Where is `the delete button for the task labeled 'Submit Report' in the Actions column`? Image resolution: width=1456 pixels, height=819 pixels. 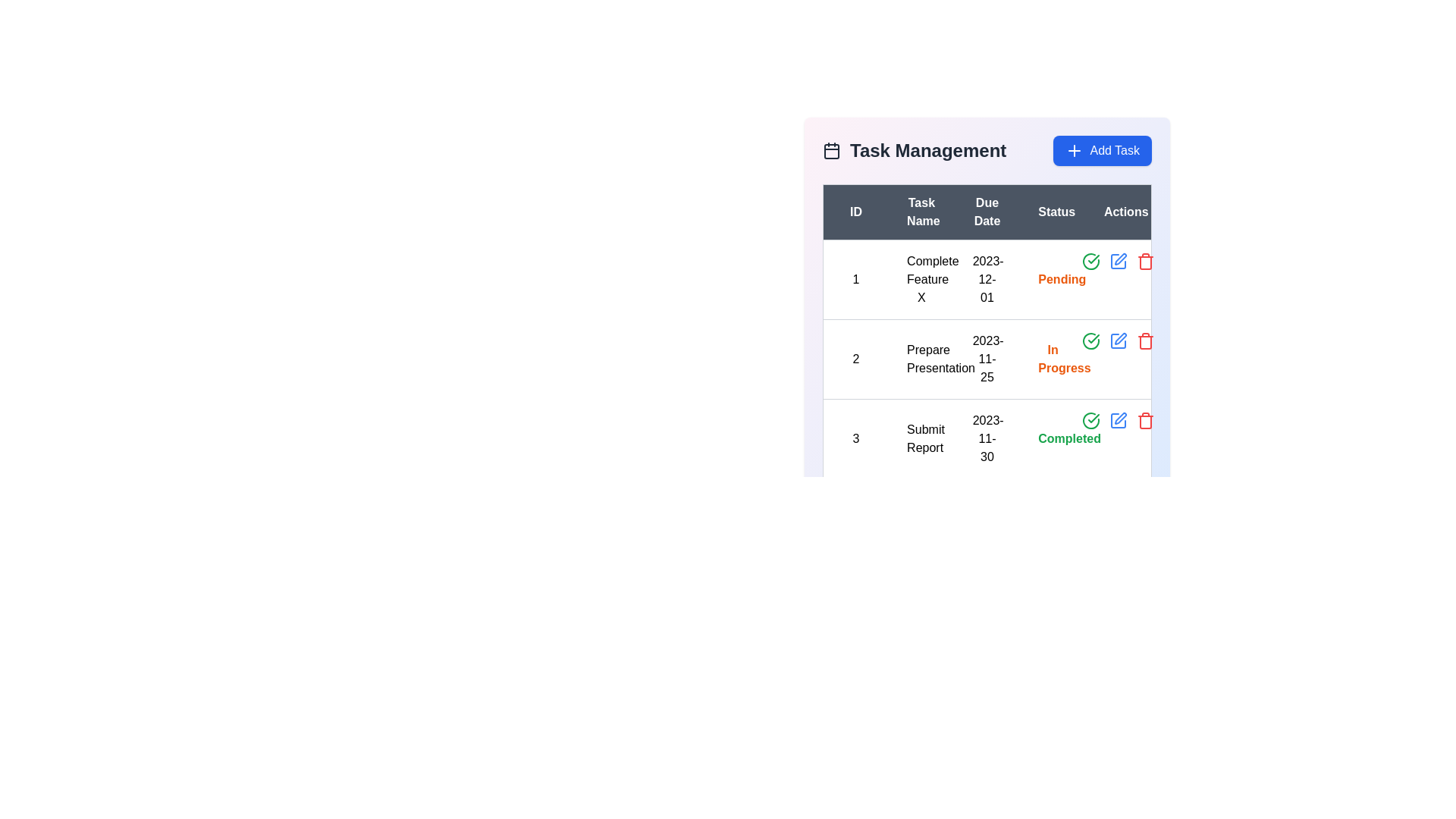 the delete button for the task labeled 'Submit Report' in the Actions column is located at coordinates (1145, 341).